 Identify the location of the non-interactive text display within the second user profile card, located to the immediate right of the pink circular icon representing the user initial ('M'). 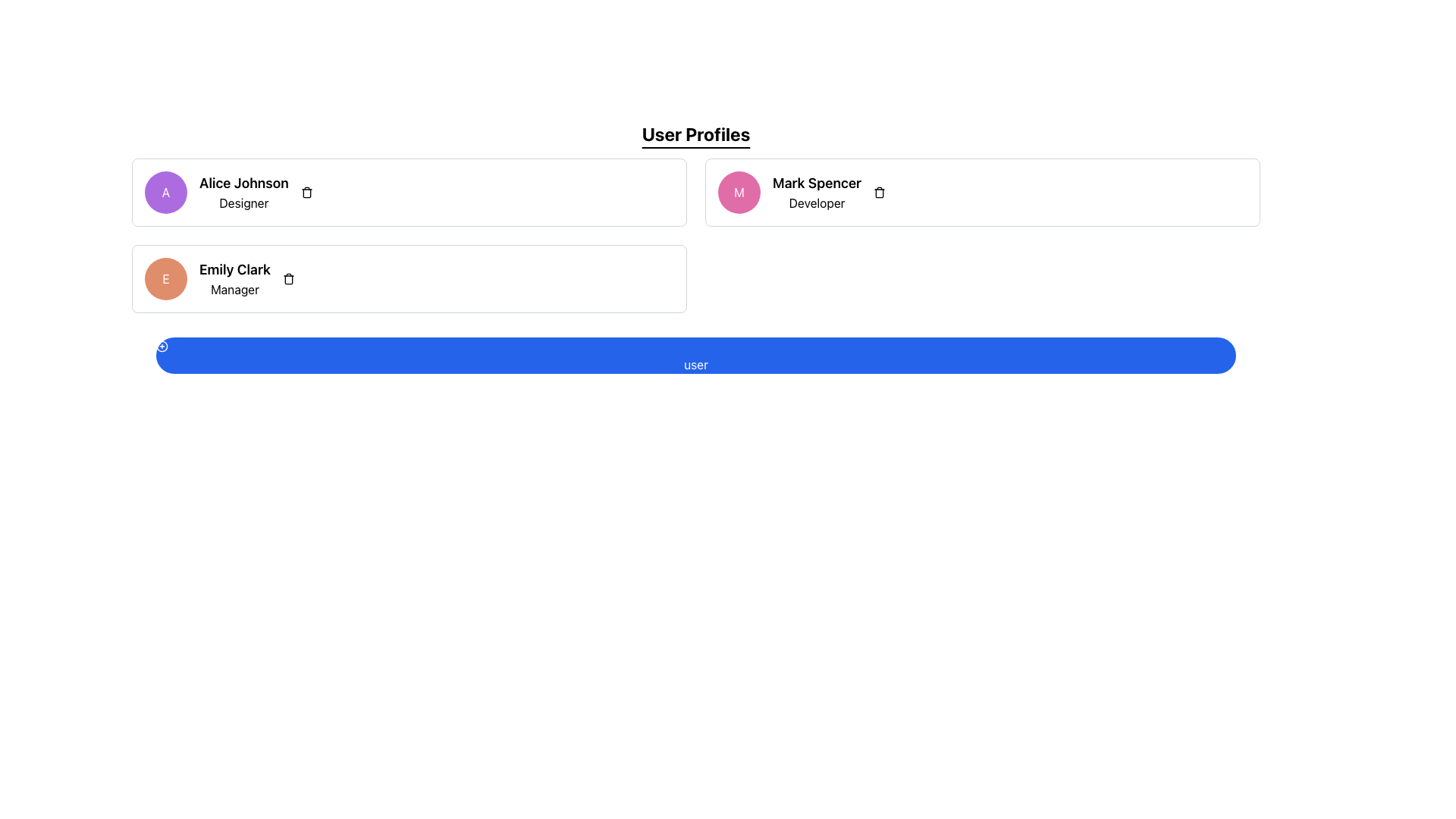
(816, 192).